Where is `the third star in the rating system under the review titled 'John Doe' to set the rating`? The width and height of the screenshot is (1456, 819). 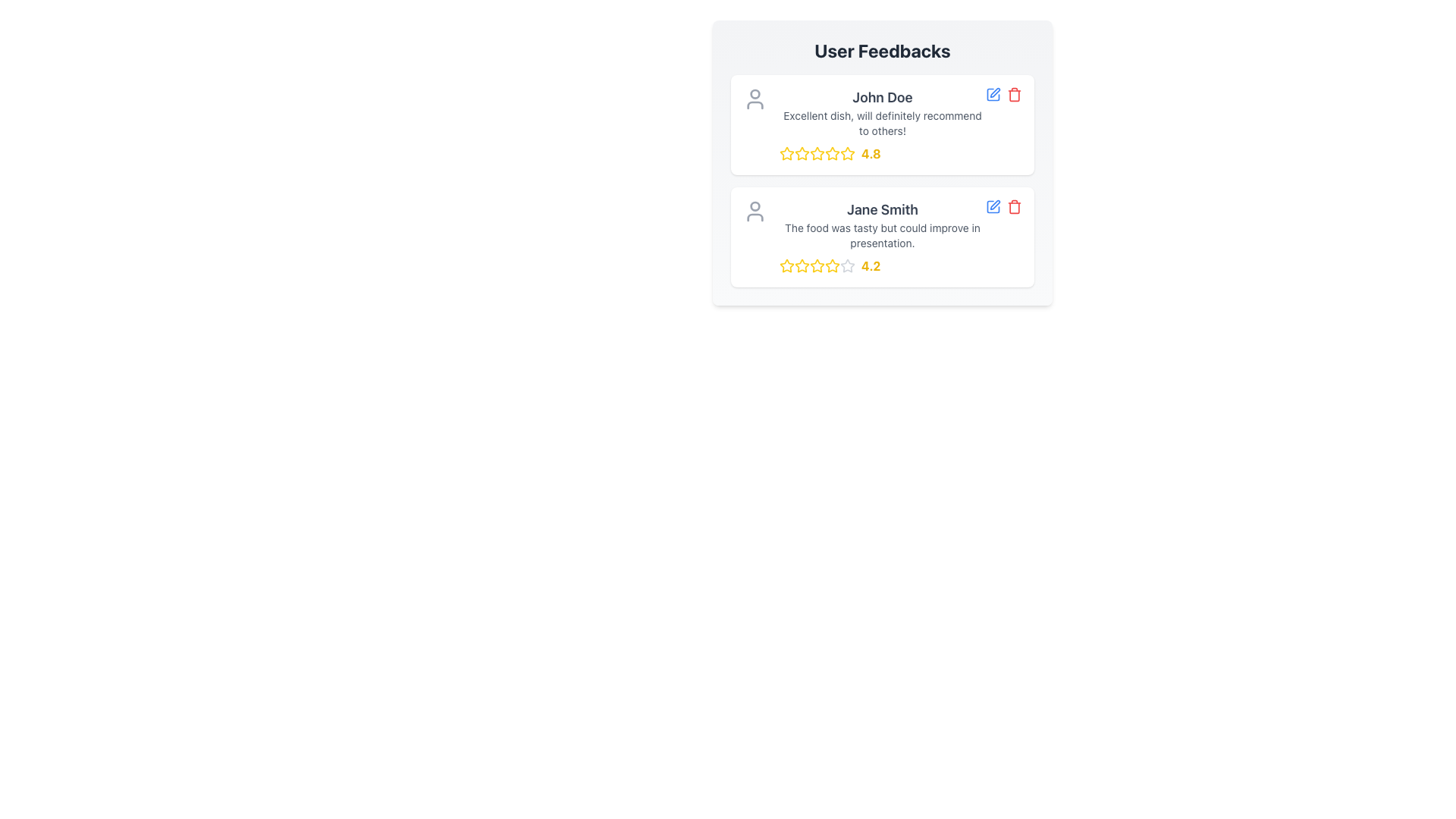
the third star in the rating system under the review titled 'John Doe' to set the rating is located at coordinates (800, 152).